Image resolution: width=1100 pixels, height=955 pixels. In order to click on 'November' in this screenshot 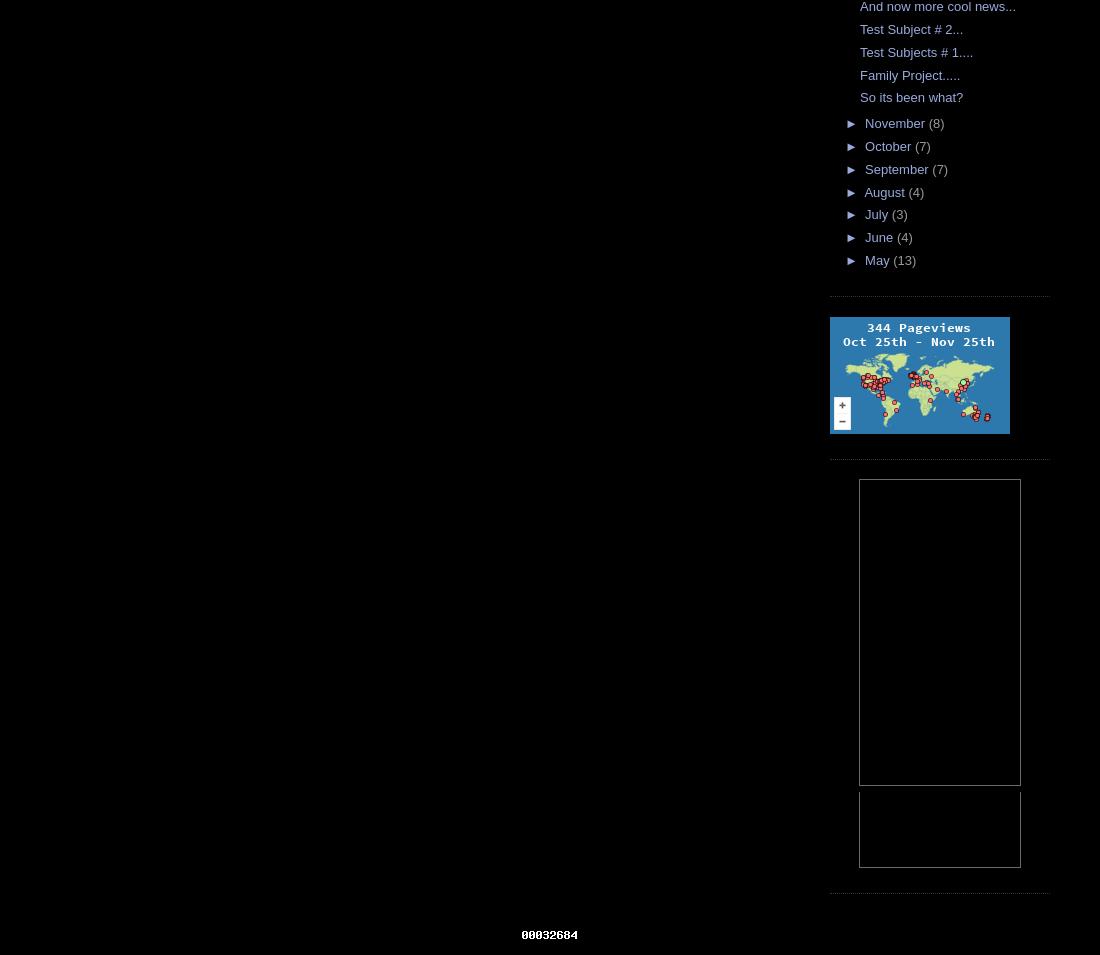, I will do `click(896, 122)`.